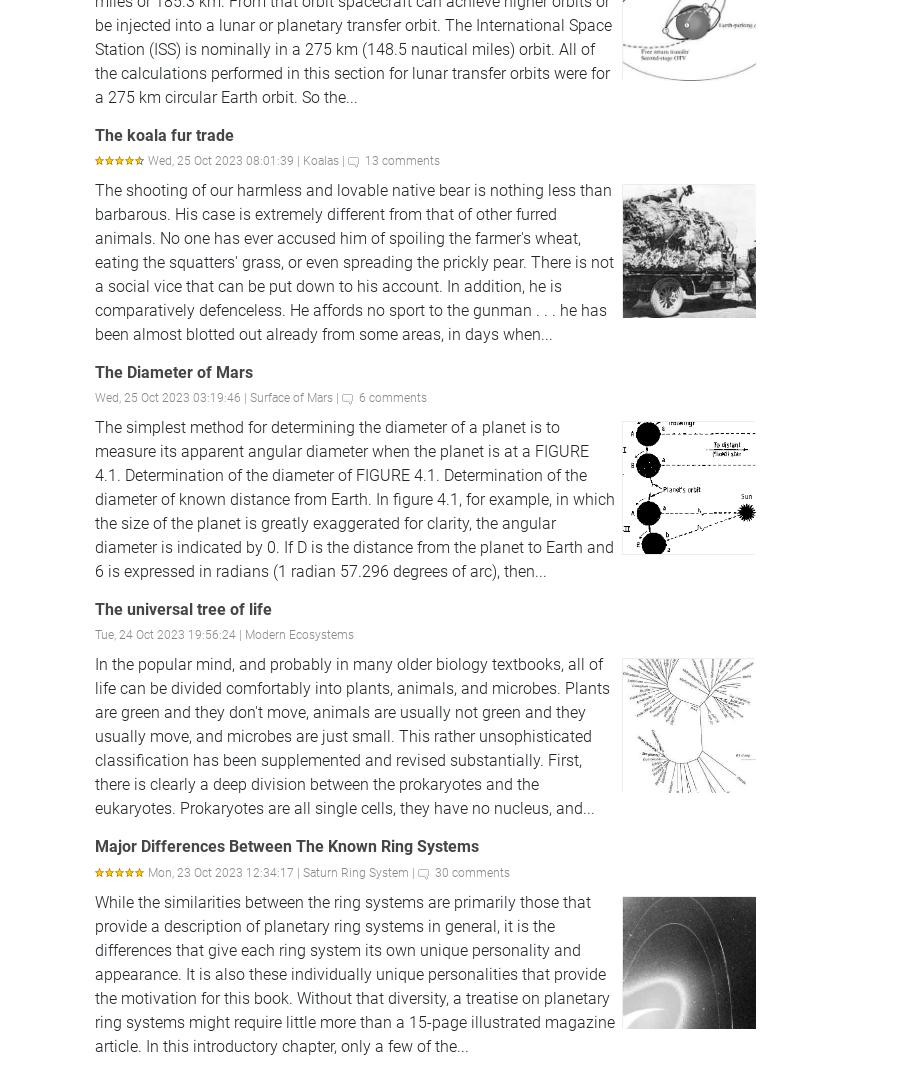 The image size is (904, 1072). What do you see at coordinates (225, 160) in the screenshot?
I see `'Wed, 25 Oct 2023 08:01:39                                    |'` at bounding box center [225, 160].